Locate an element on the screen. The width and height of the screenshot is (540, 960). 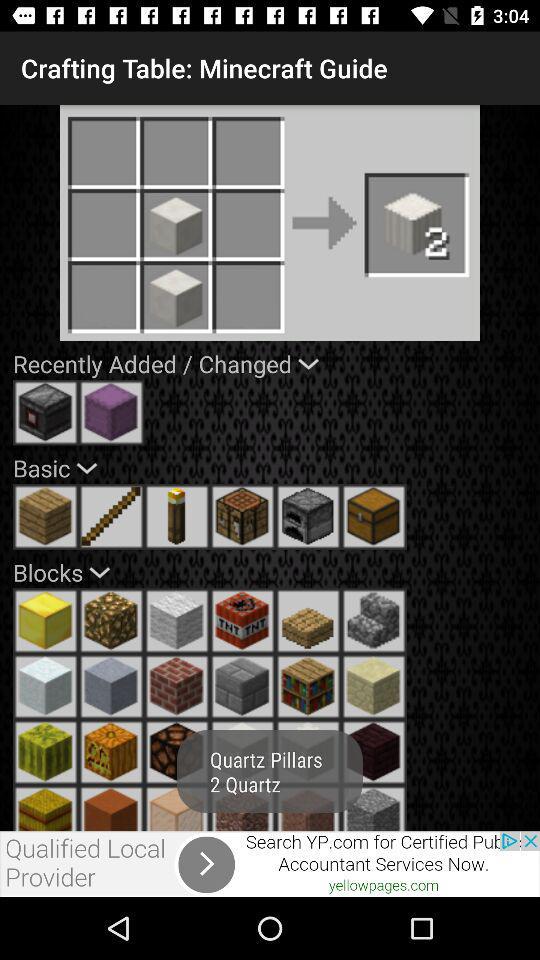
pick the option is located at coordinates (111, 515).